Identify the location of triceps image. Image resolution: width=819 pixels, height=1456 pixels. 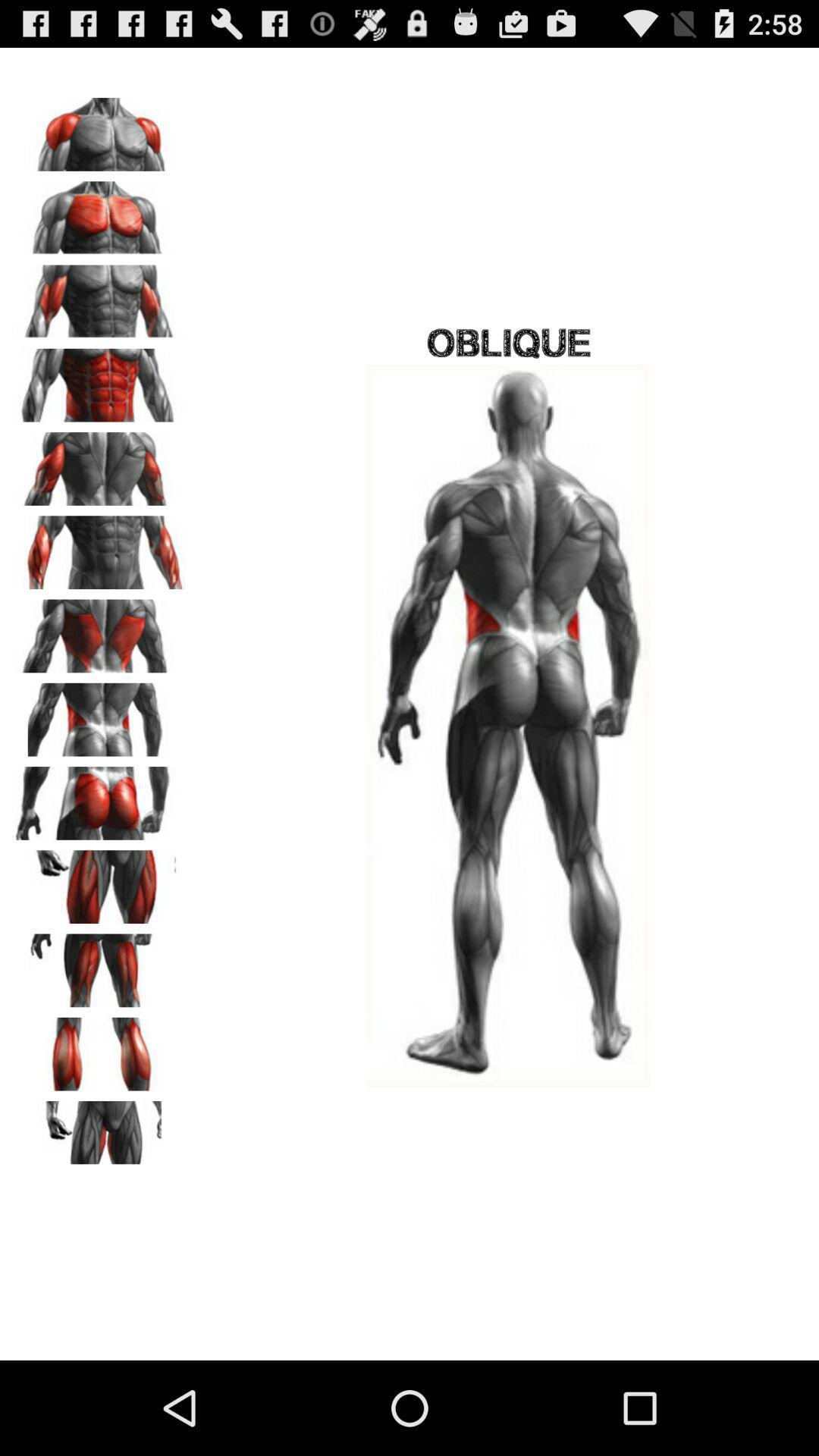
(99, 463).